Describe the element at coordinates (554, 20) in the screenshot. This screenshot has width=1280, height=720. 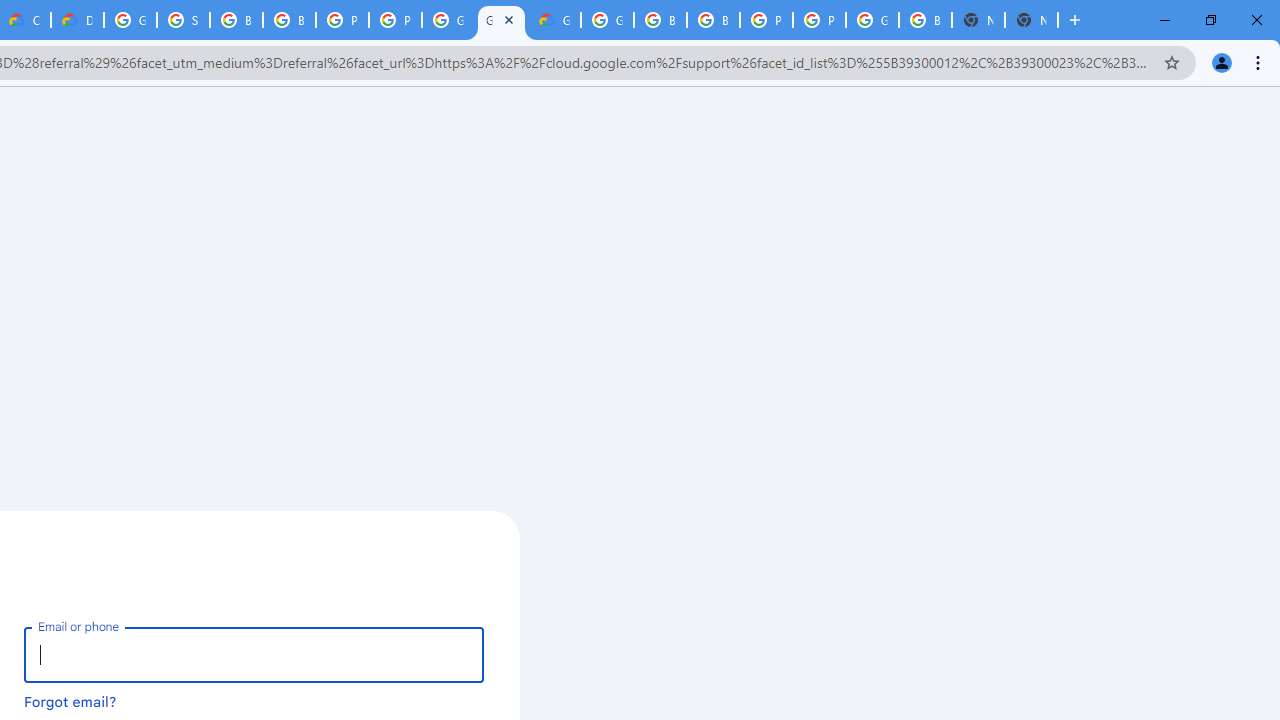
I see `'Google Cloud Estimate Summary'` at that location.